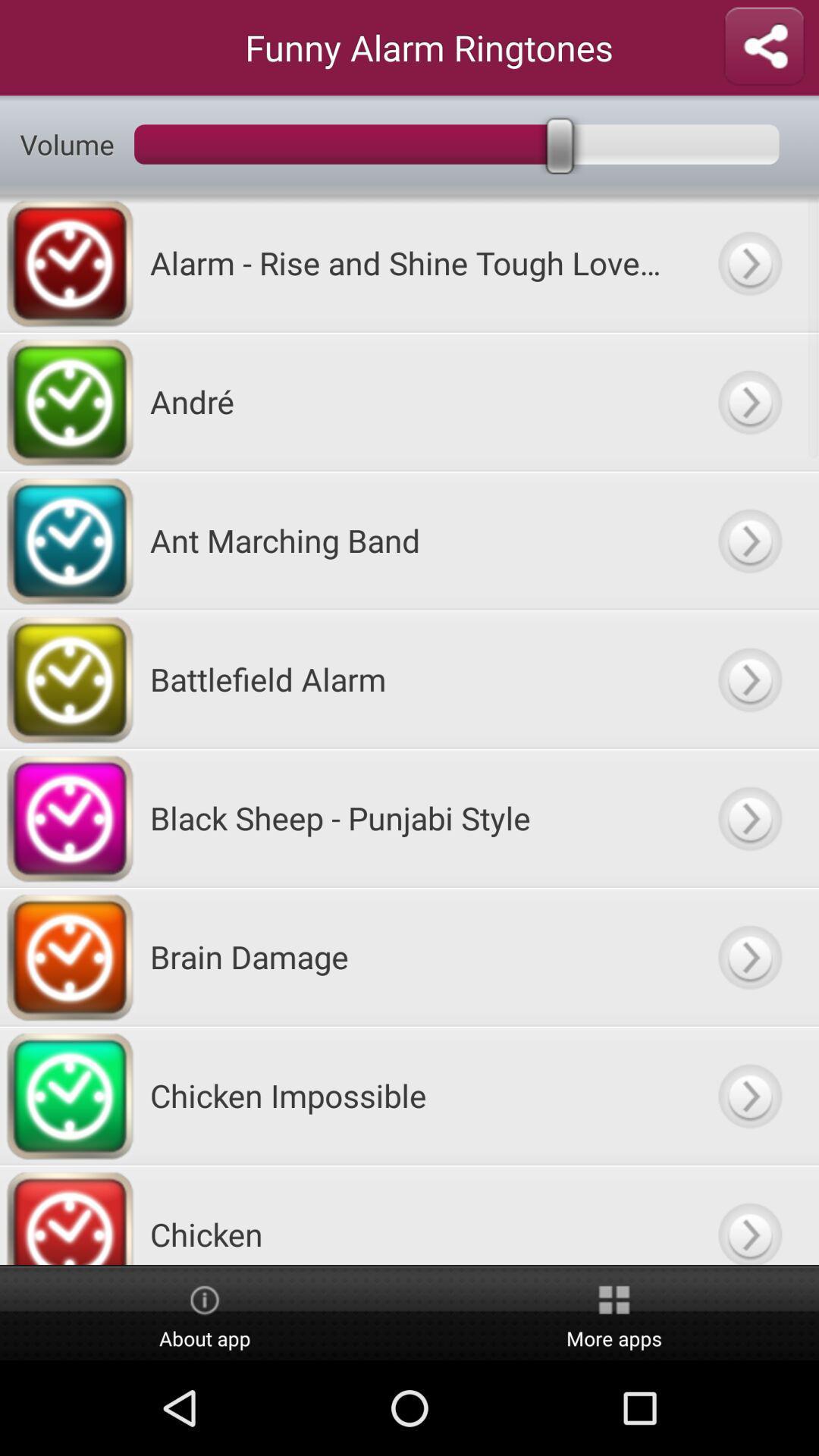 This screenshot has height=1456, width=819. What do you see at coordinates (748, 262) in the screenshot?
I see `alarm sound` at bounding box center [748, 262].